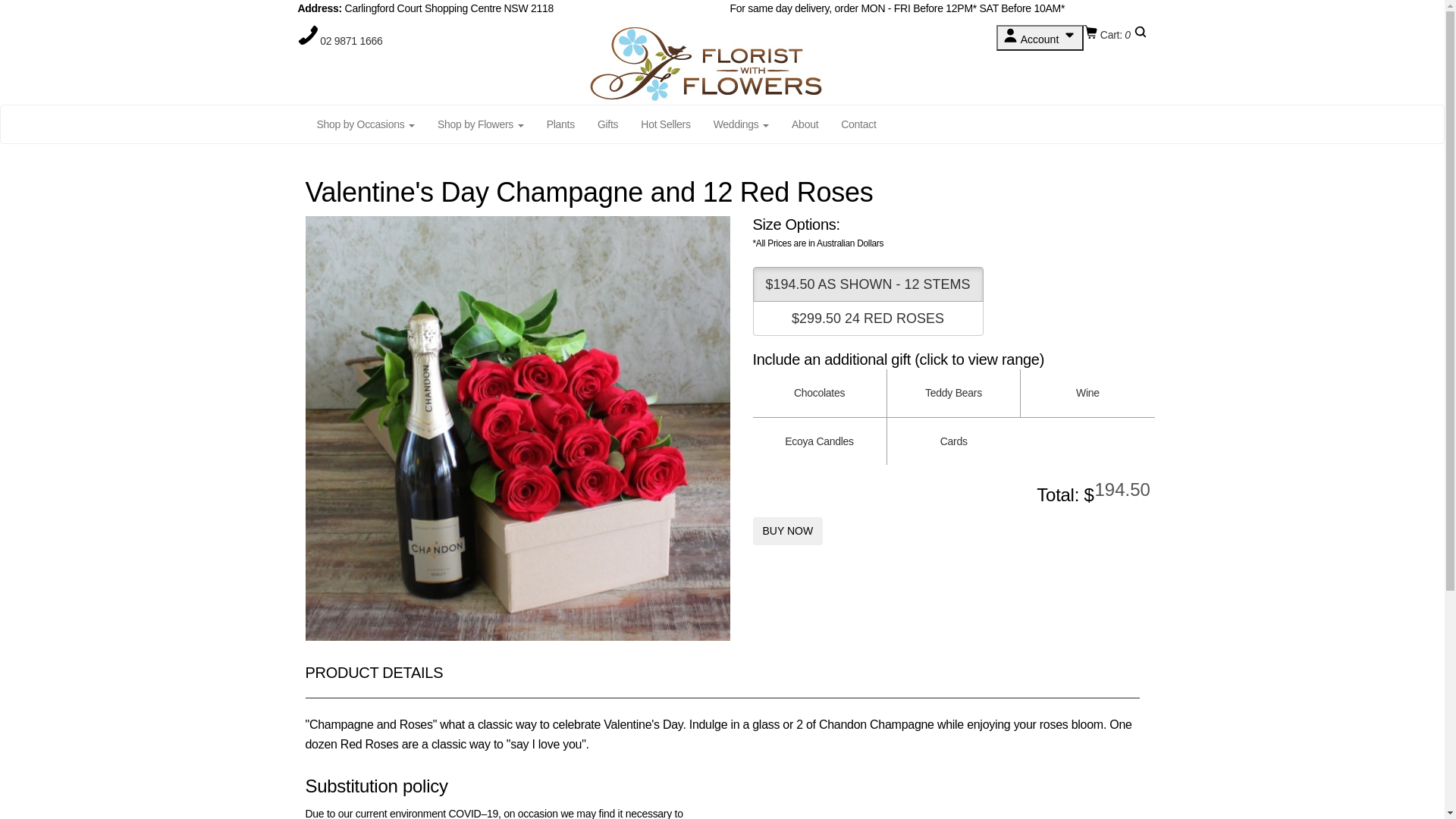 The height and width of the screenshot is (819, 1456). I want to click on '02 9871 1666', so click(350, 40).